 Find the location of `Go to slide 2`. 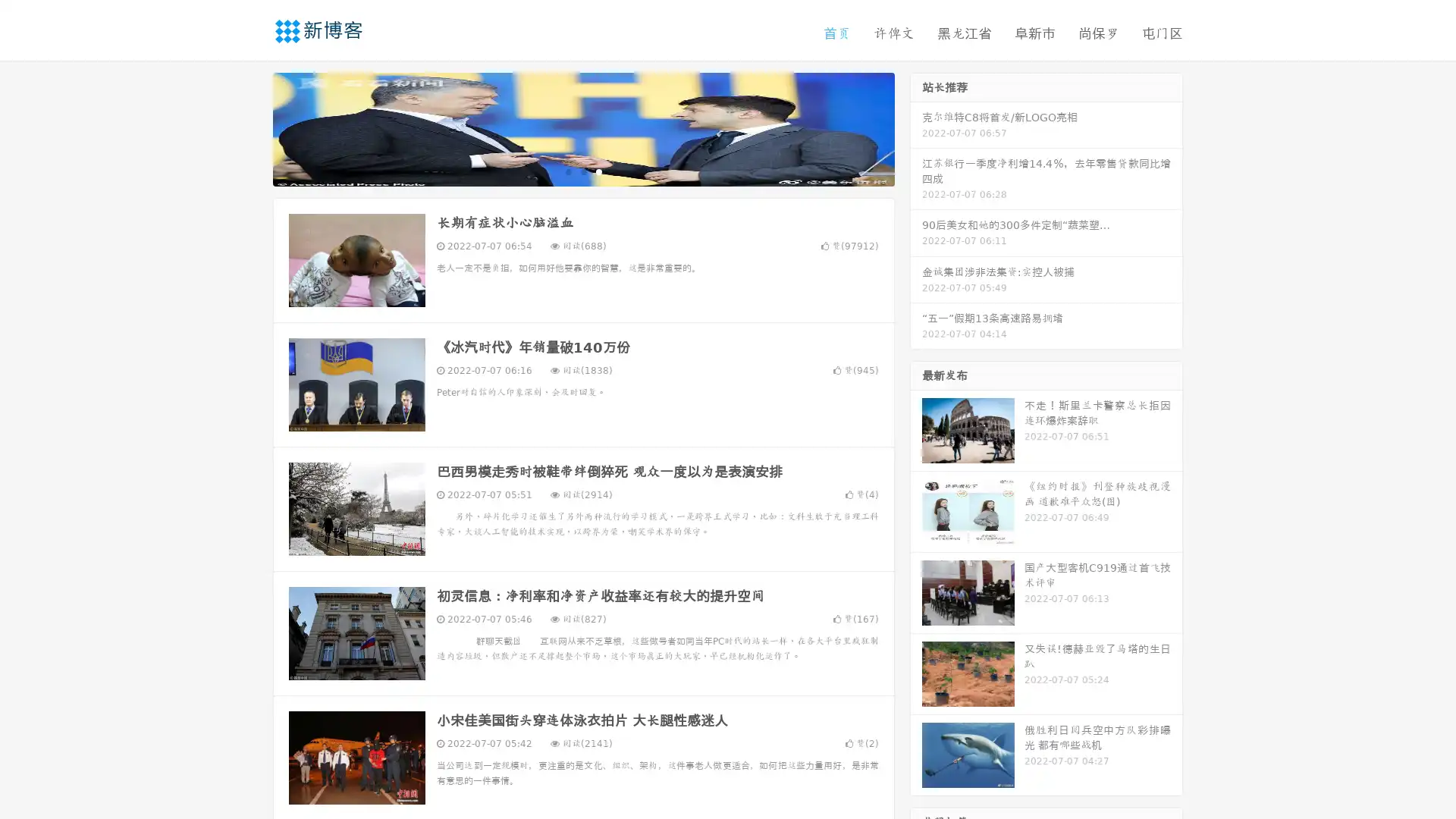

Go to slide 2 is located at coordinates (582, 171).